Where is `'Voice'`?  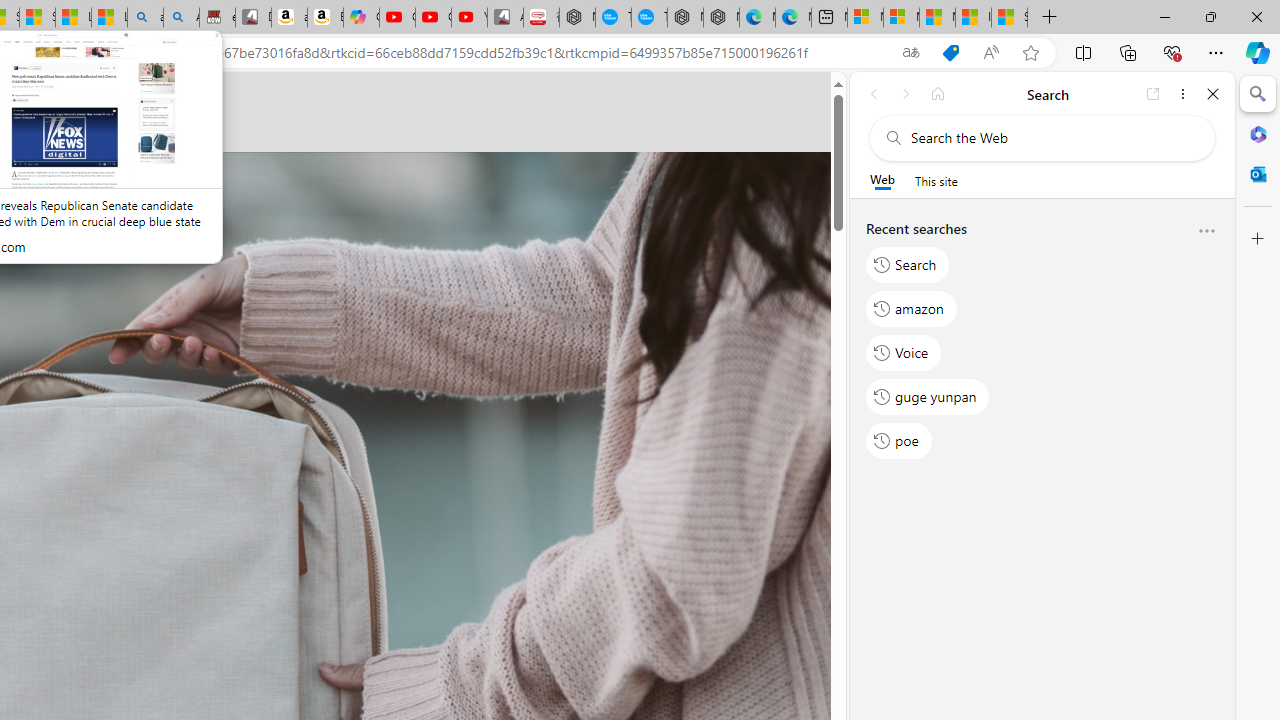 'Voice' is located at coordinates (903, 351).